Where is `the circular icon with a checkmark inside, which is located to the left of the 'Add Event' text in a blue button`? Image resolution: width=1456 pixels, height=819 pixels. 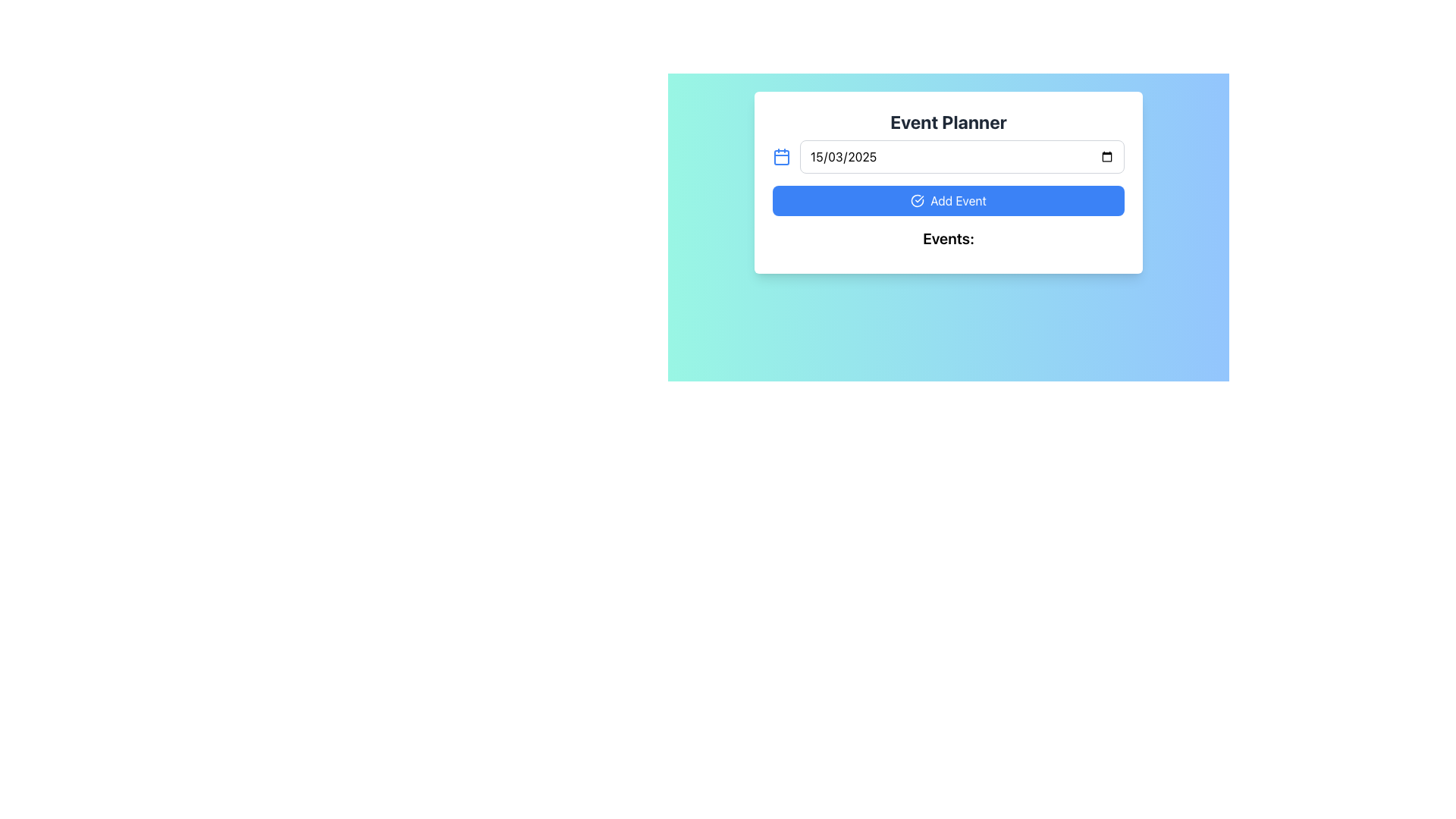 the circular icon with a checkmark inside, which is located to the left of the 'Add Event' text in a blue button is located at coordinates (916, 200).